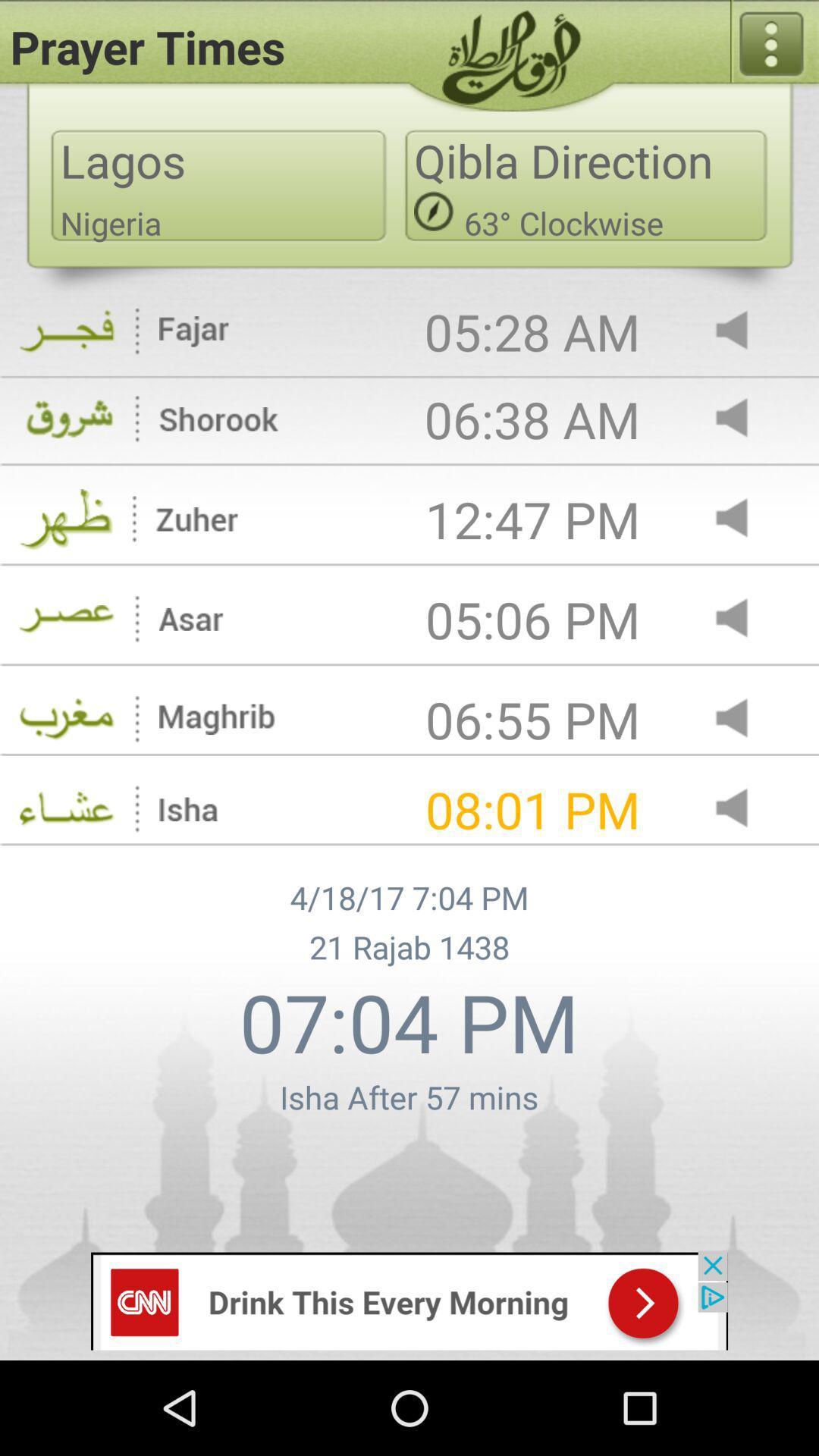 The width and height of the screenshot is (819, 1456). Describe the element at coordinates (744, 808) in the screenshot. I see `adjust volumn button` at that location.